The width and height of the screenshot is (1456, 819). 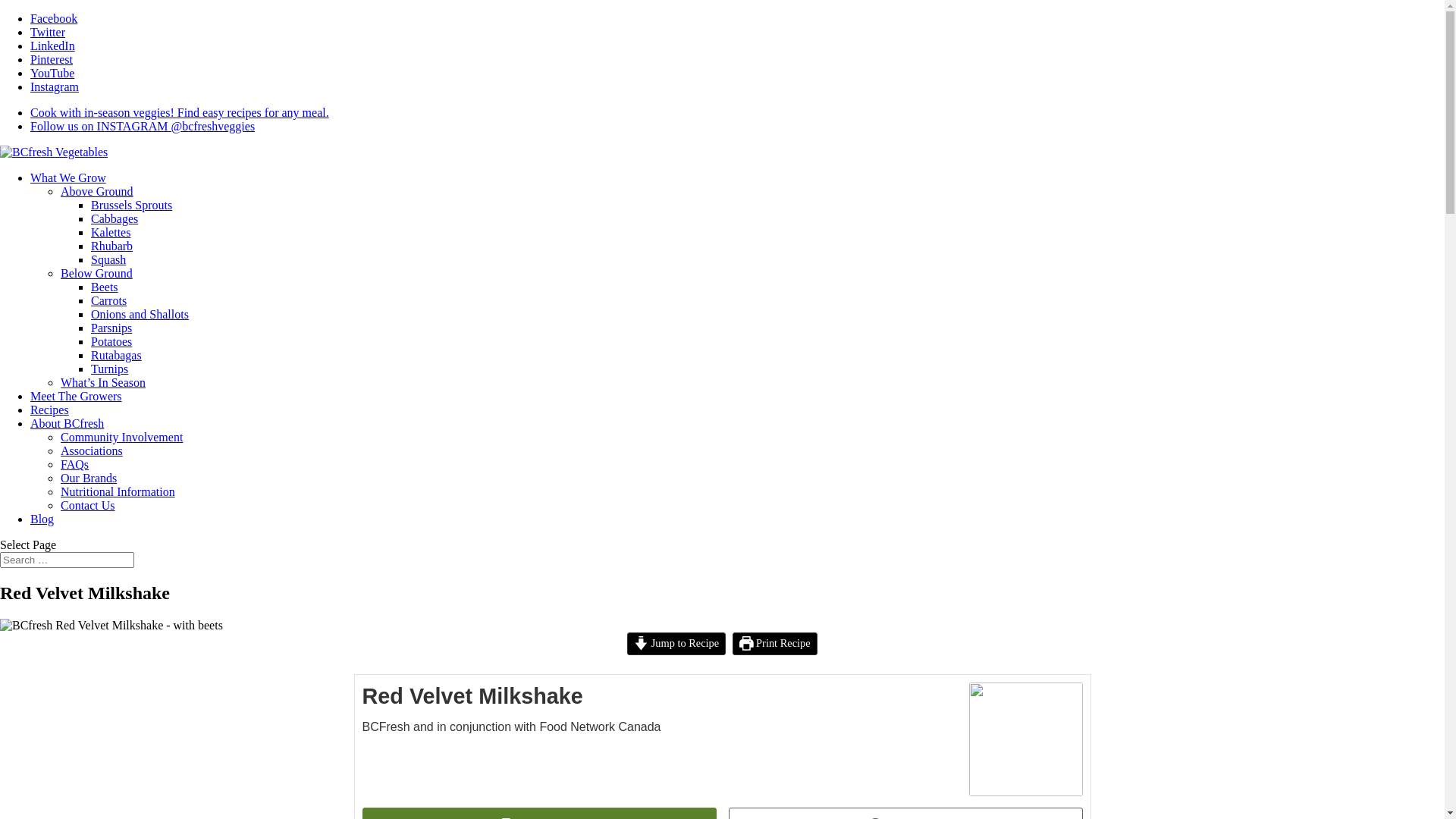 What do you see at coordinates (108, 259) in the screenshot?
I see `'Squash'` at bounding box center [108, 259].